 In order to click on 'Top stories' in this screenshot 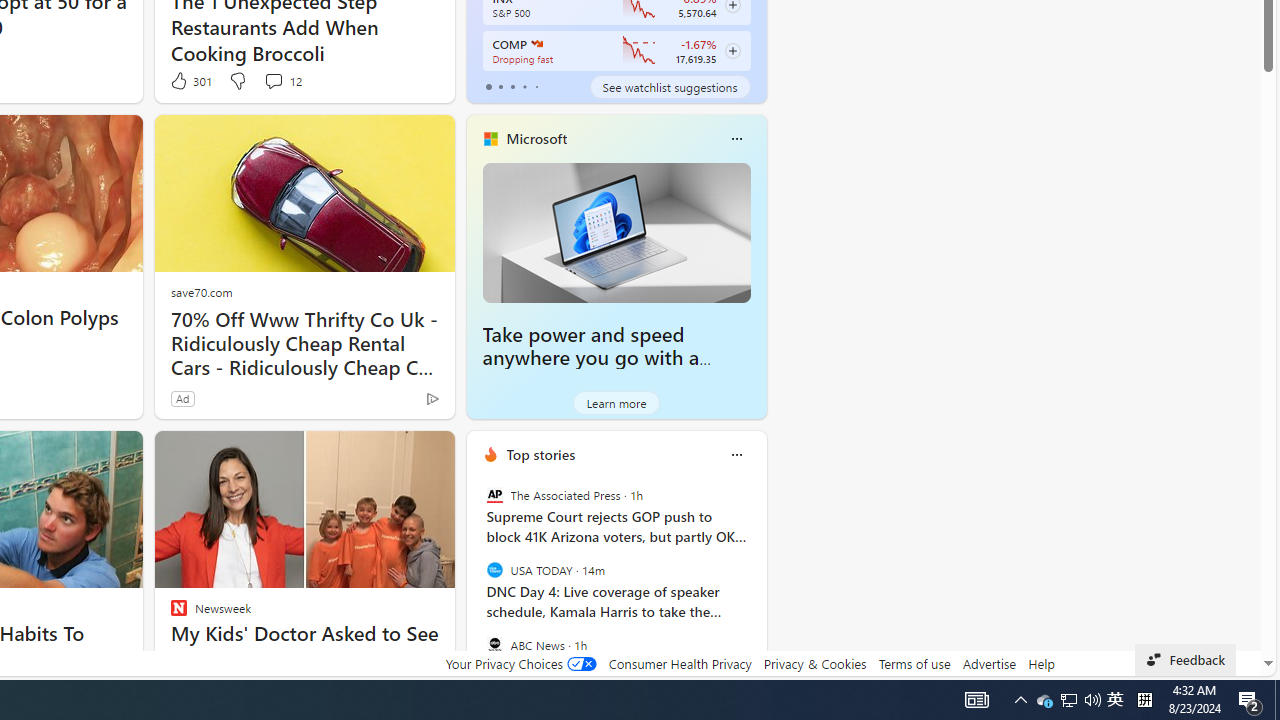, I will do `click(540, 454)`.